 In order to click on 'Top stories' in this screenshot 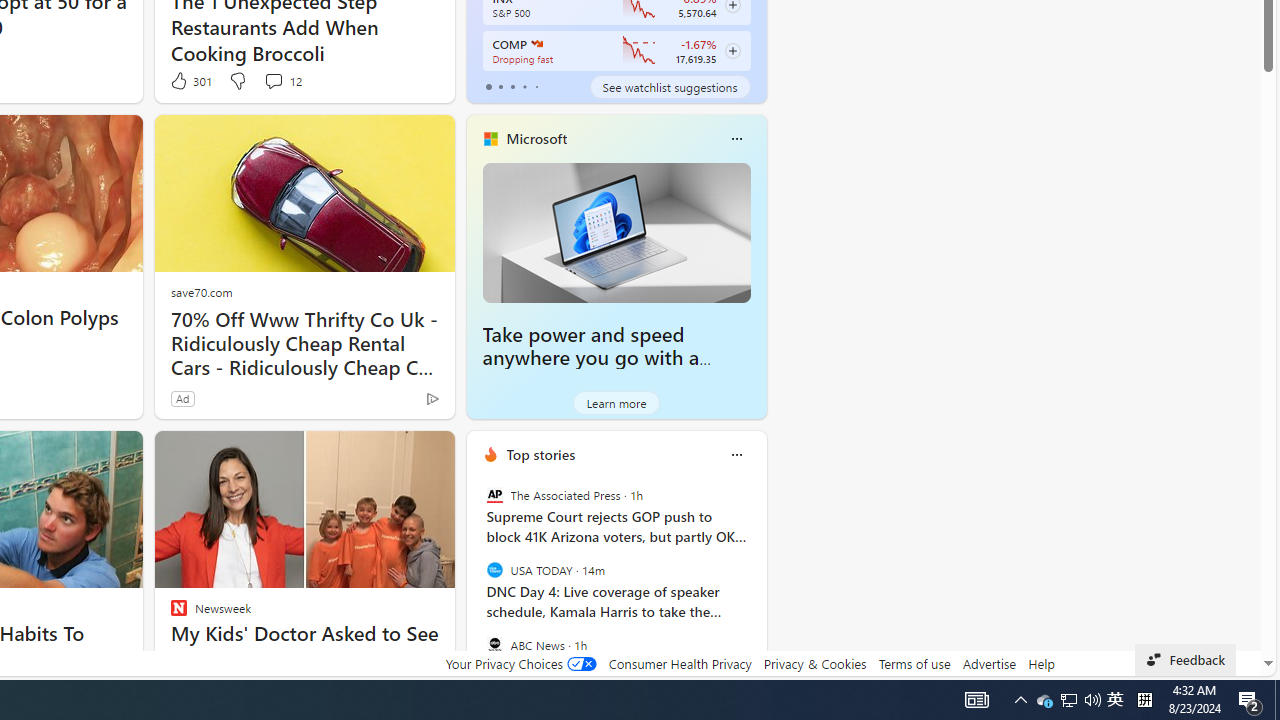, I will do `click(540, 454)`.